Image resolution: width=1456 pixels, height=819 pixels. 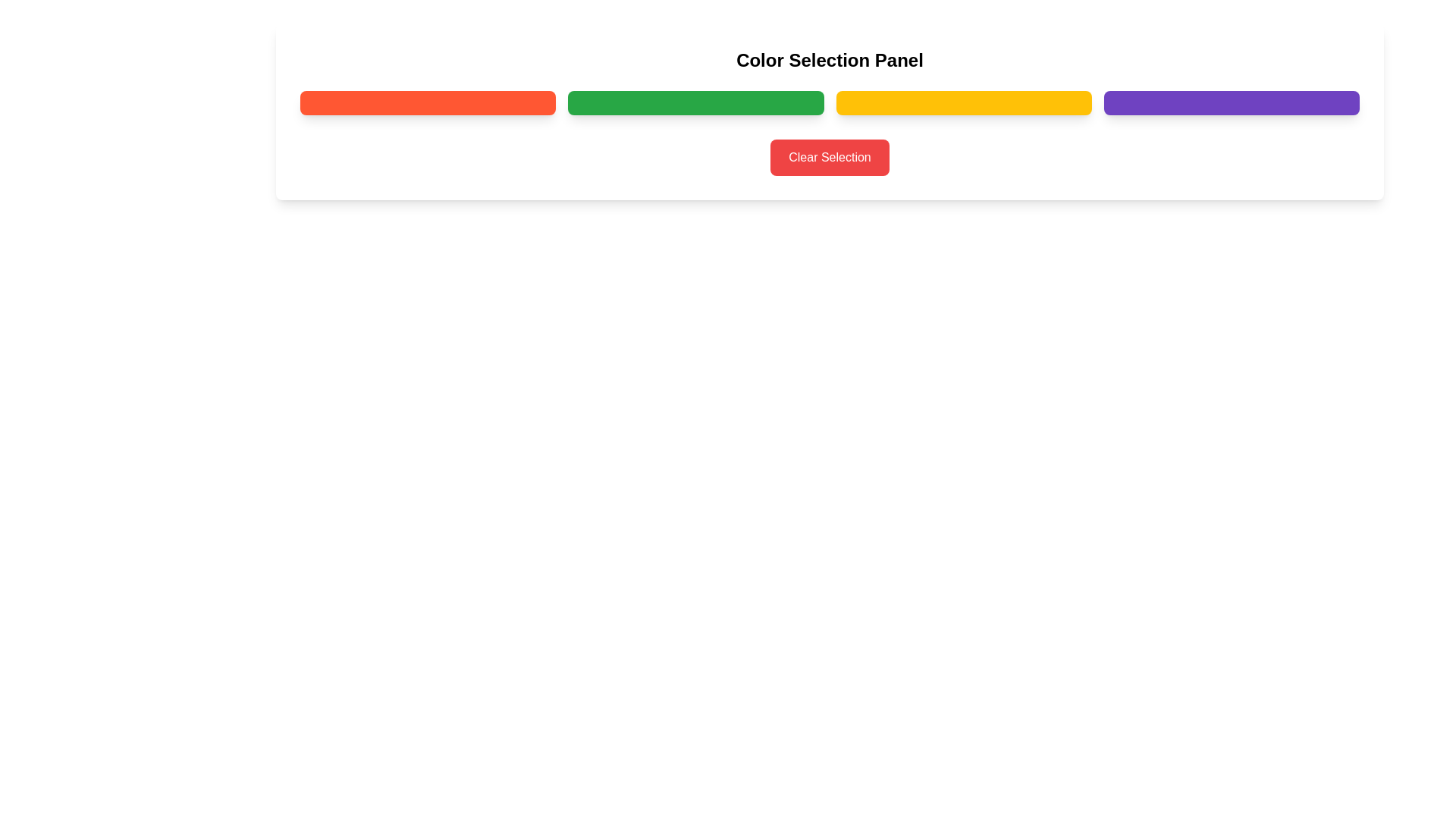 What do you see at coordinates (427, 102) in the screenshot?
I see `the first button in a group of four horizontally aligned buttons located in the top-left portion of the interface` at bounding box center [427, 102].